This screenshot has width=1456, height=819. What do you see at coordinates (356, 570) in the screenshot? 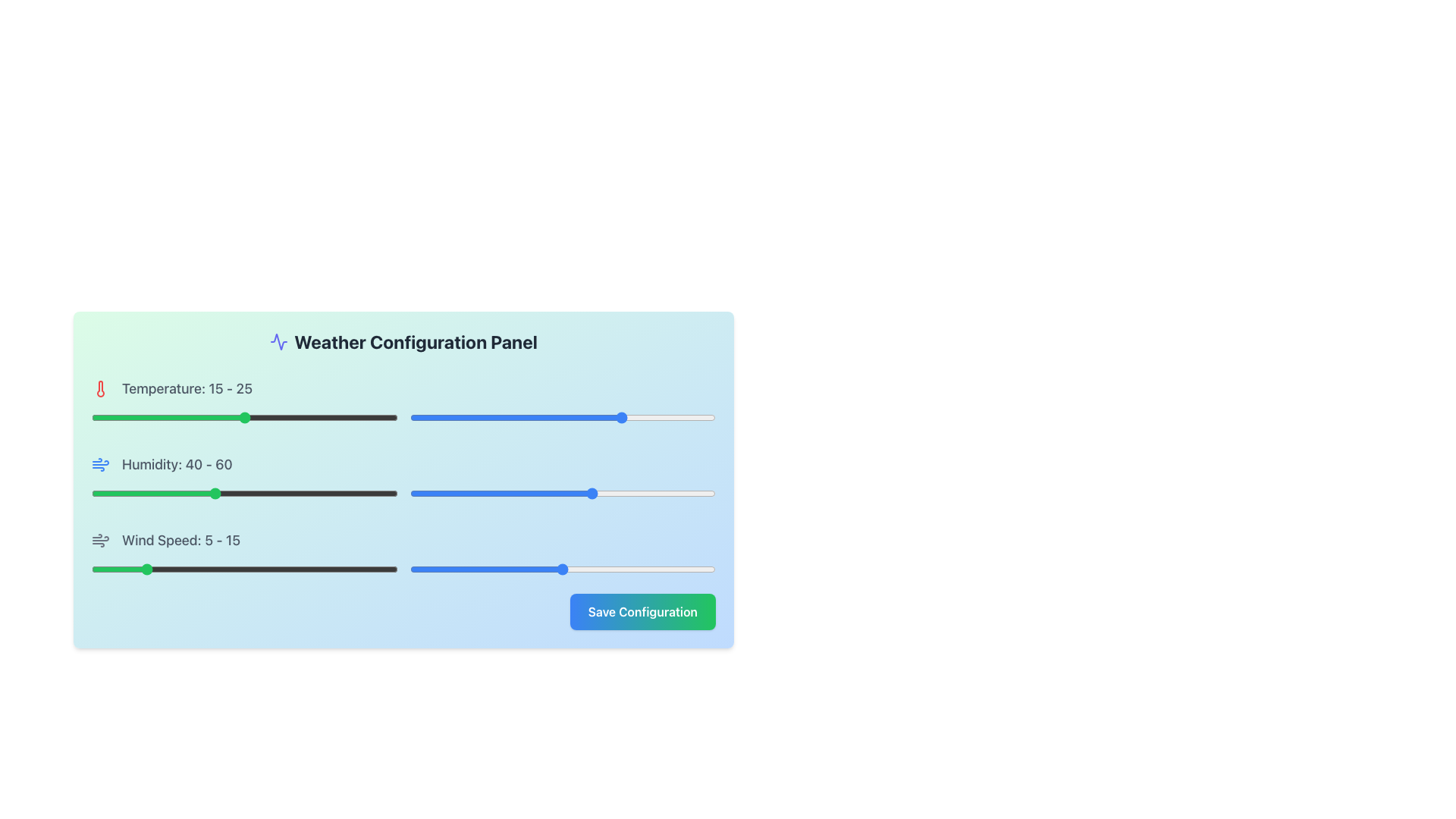
I see `the start value of the wind speed range` at bounding box center [356, 570].